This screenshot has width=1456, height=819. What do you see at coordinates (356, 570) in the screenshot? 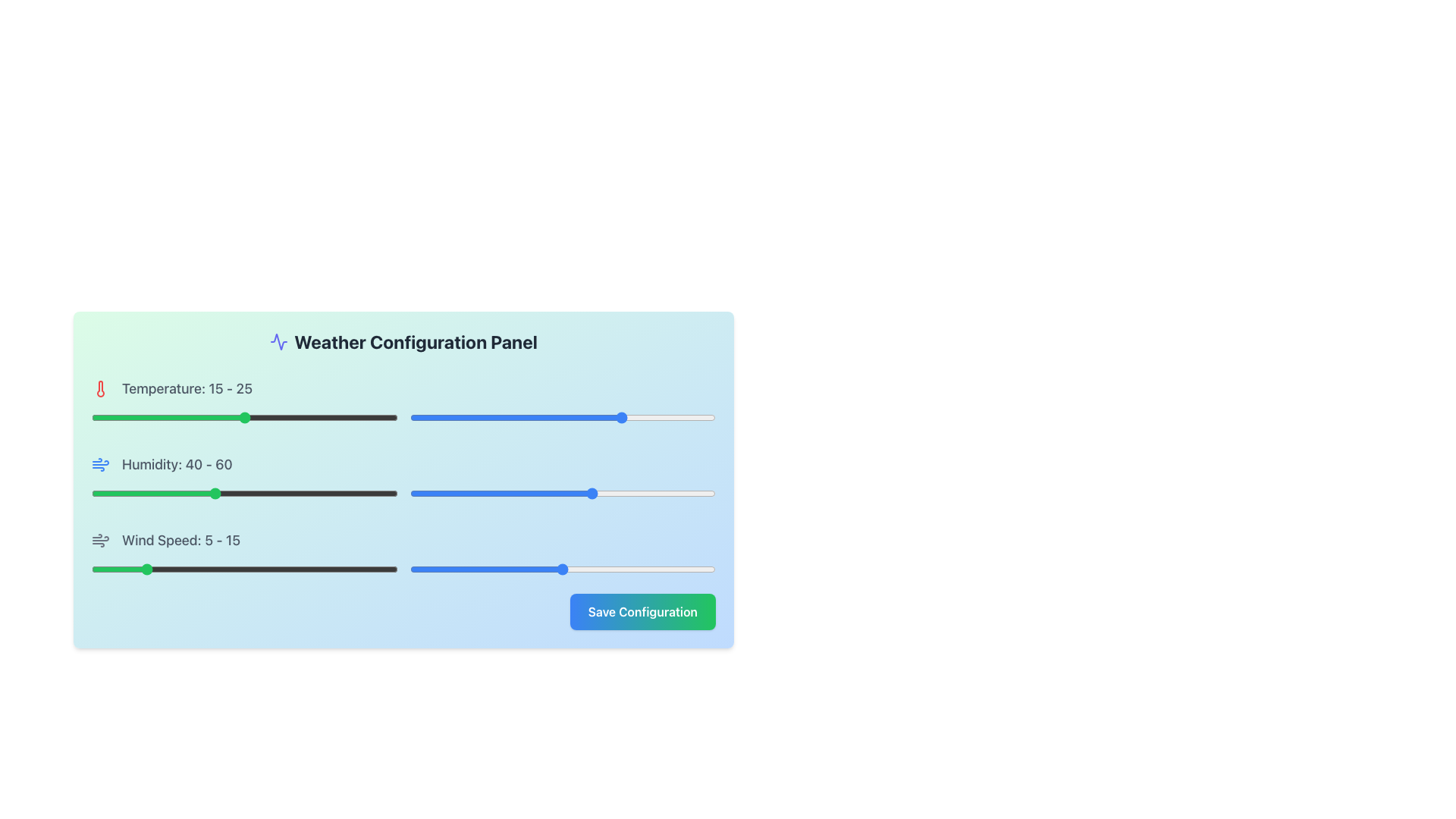
I see `the start value of the wind speed range` at bounding box center [356, 570].